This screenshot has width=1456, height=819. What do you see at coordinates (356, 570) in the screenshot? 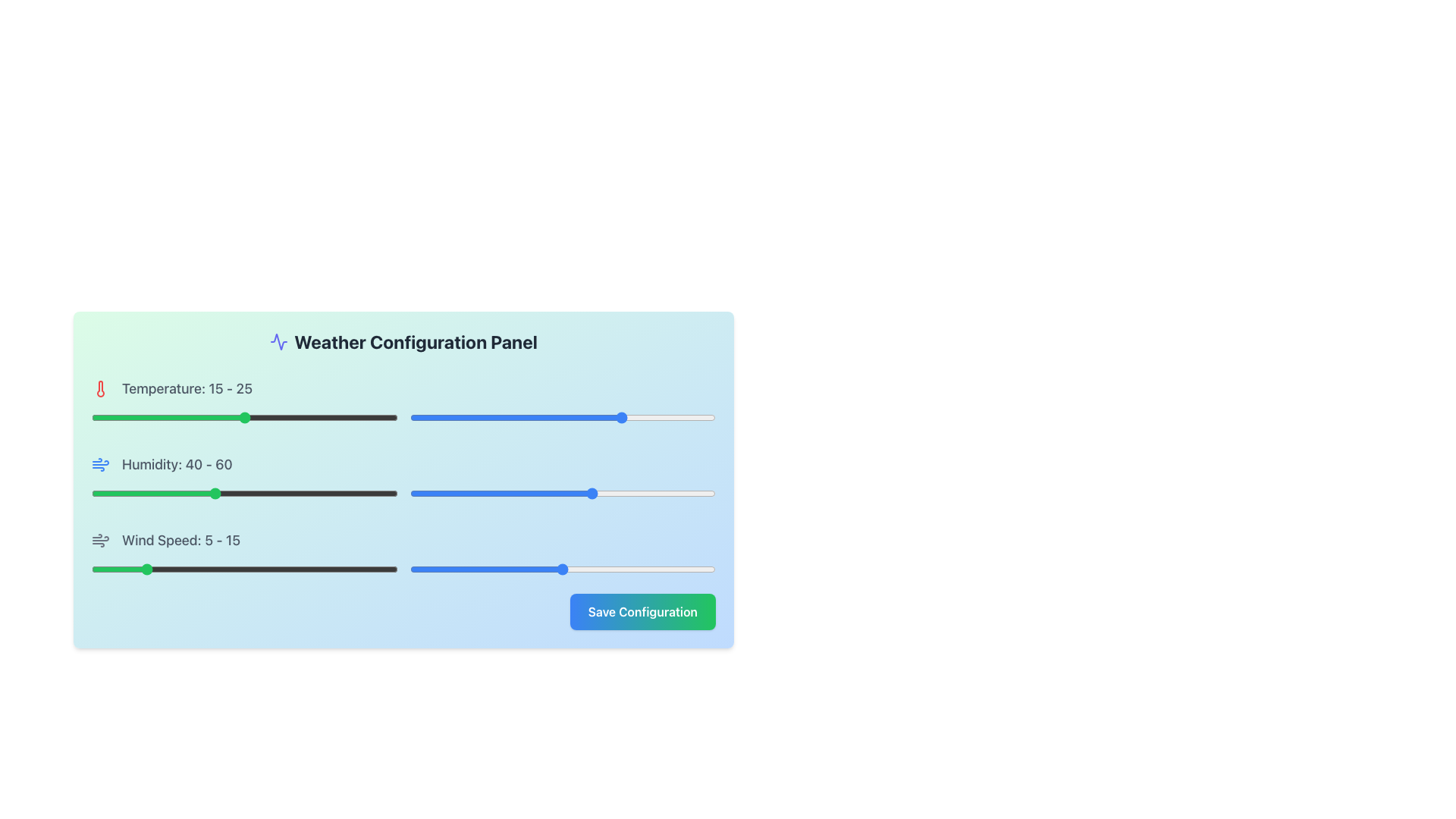
I see `the start value of the wind speed range` at bounding box center [356, 570].